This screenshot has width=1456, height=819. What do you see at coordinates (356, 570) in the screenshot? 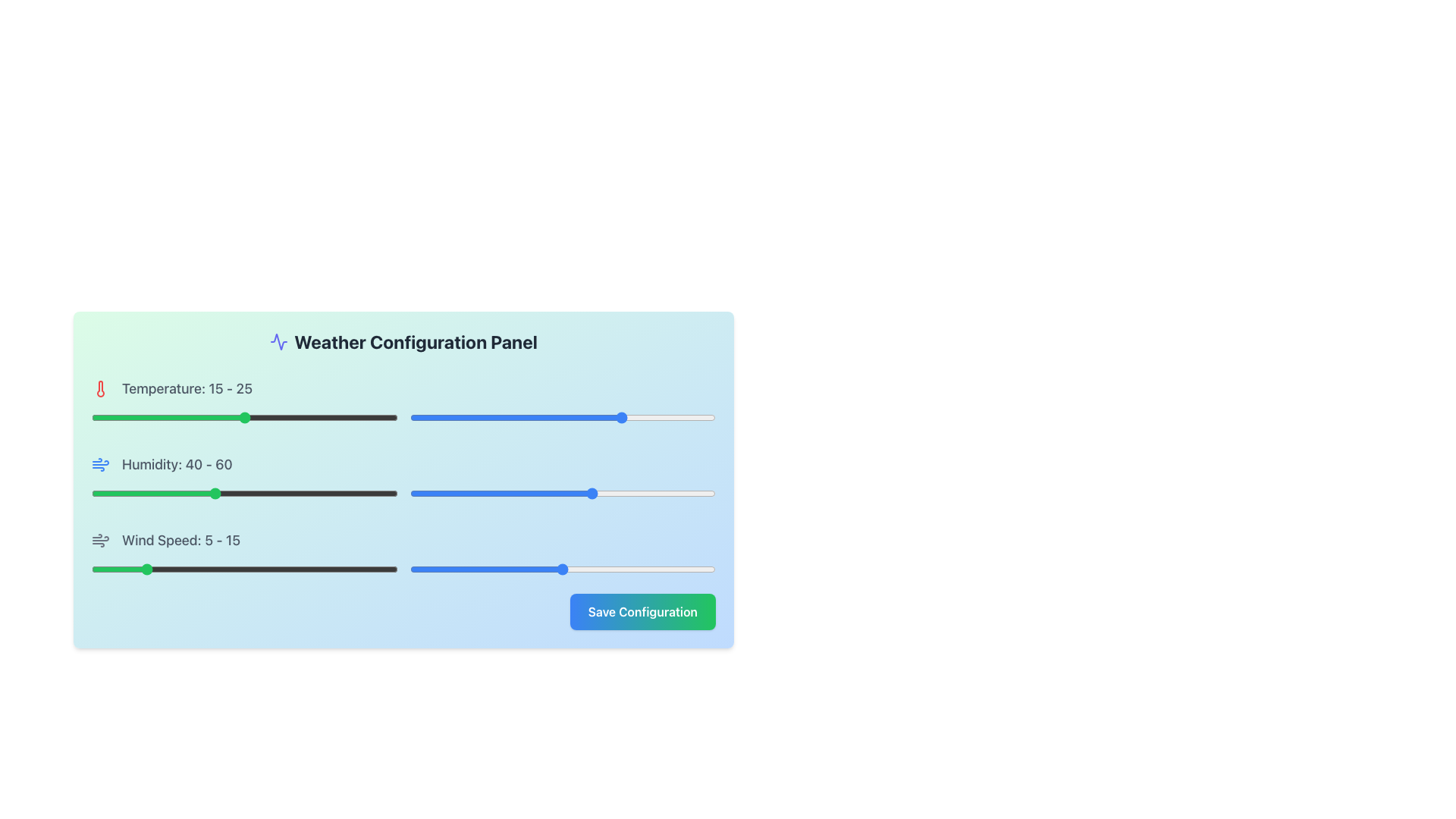
I see `the start value of the wind speed range` at bounding box center [356, 570].